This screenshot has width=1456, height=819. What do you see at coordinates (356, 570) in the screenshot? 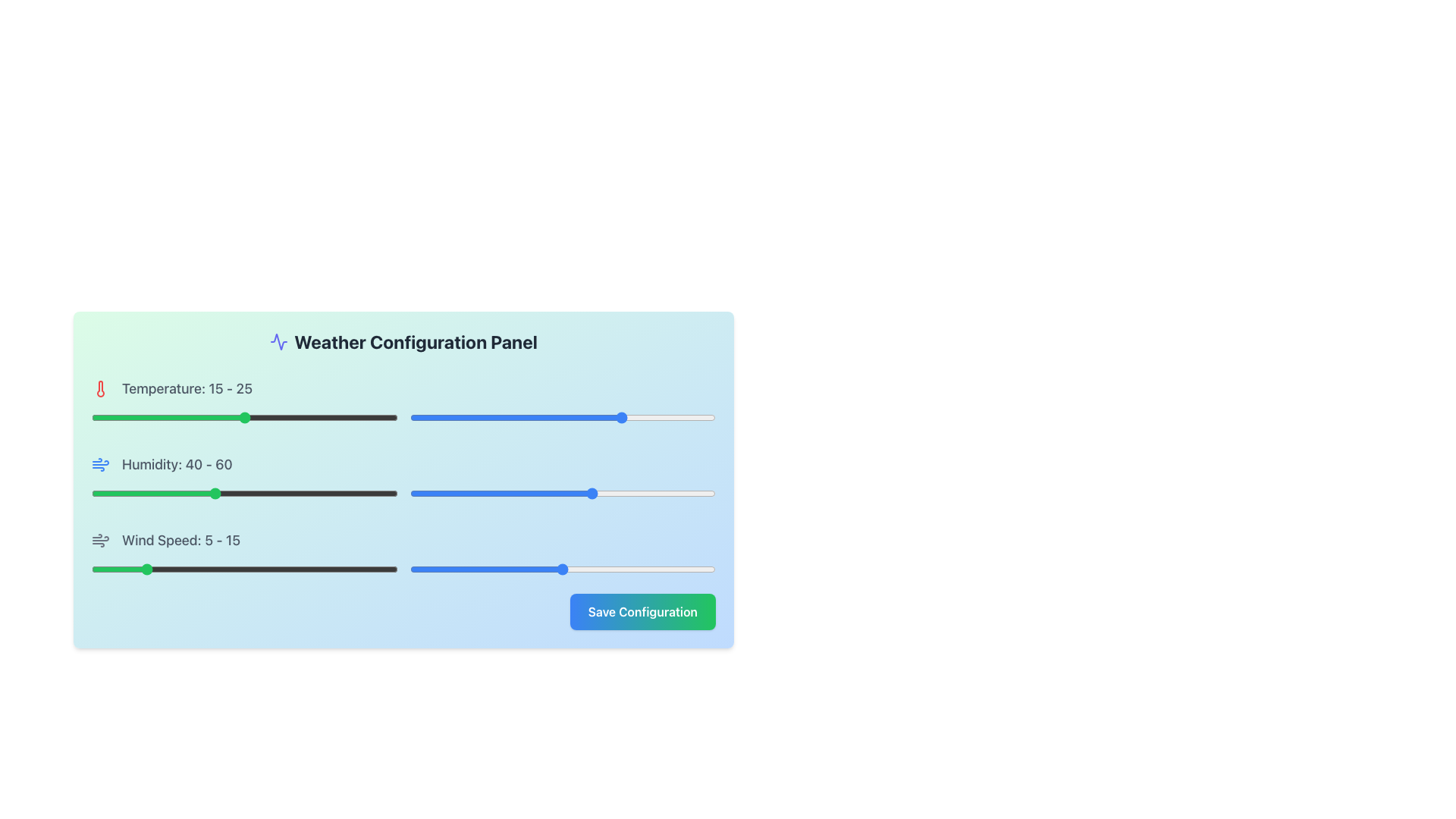
I see `the start value of the wind speed range` at bounding box center [356, 570].